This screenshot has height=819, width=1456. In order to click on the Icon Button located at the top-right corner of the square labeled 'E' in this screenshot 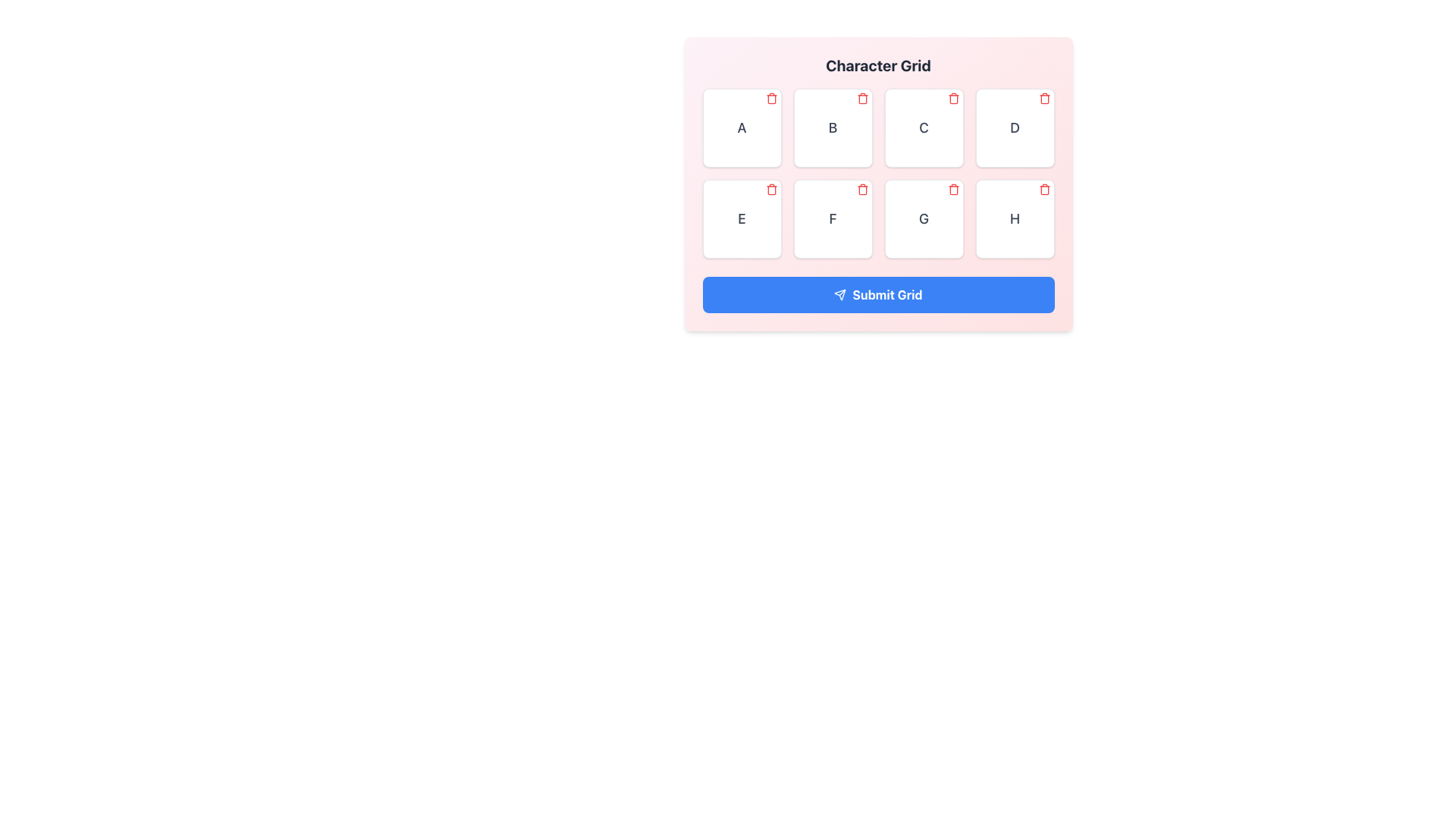, I will do `click(771, 189)`.